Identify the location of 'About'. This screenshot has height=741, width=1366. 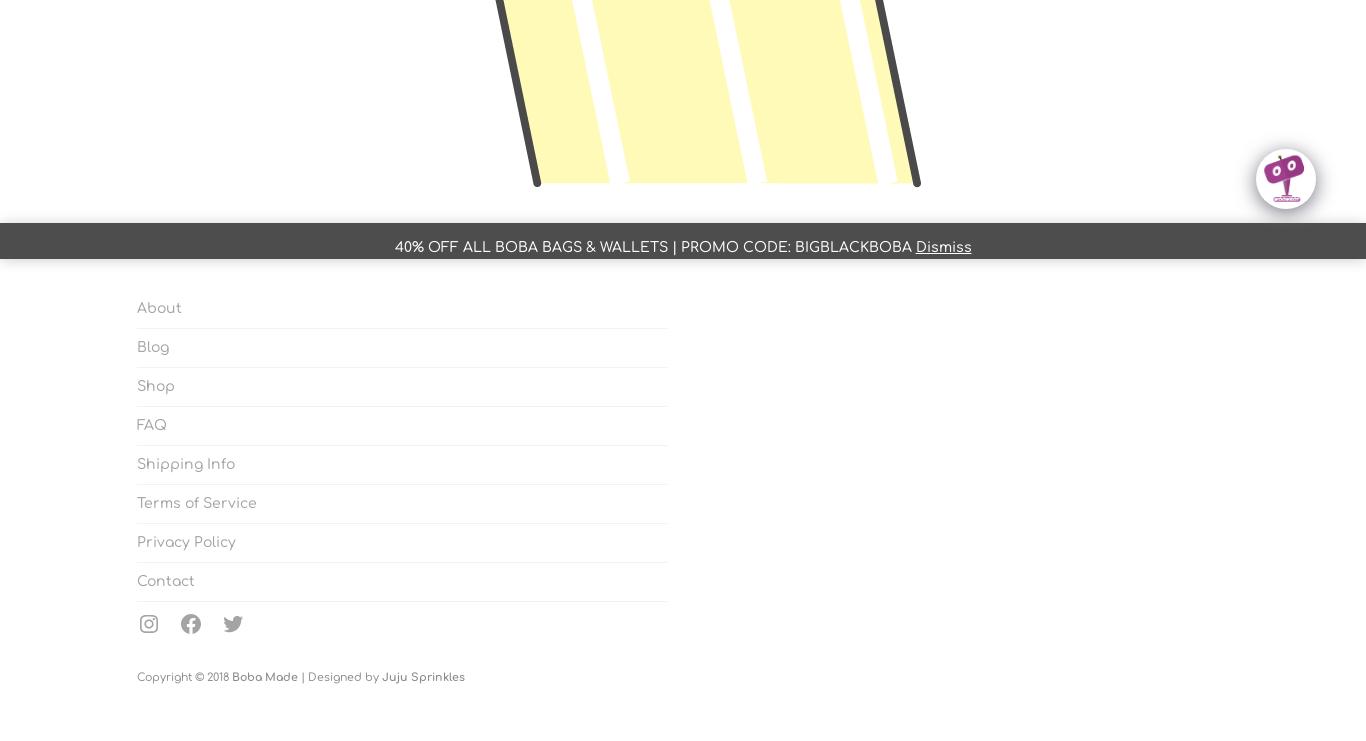
(157, 307).